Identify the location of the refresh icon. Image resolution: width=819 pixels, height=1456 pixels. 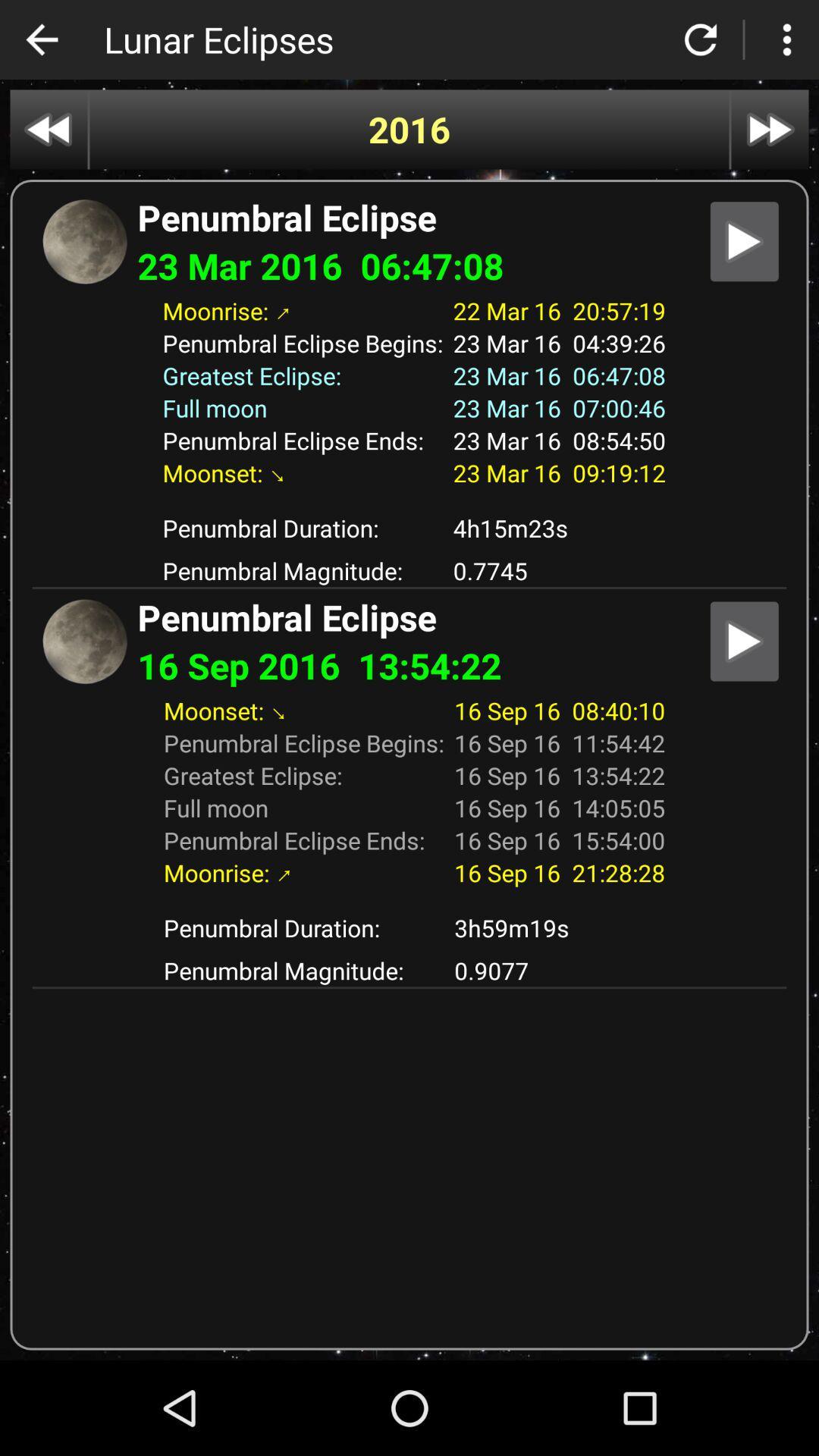
(701, 39).